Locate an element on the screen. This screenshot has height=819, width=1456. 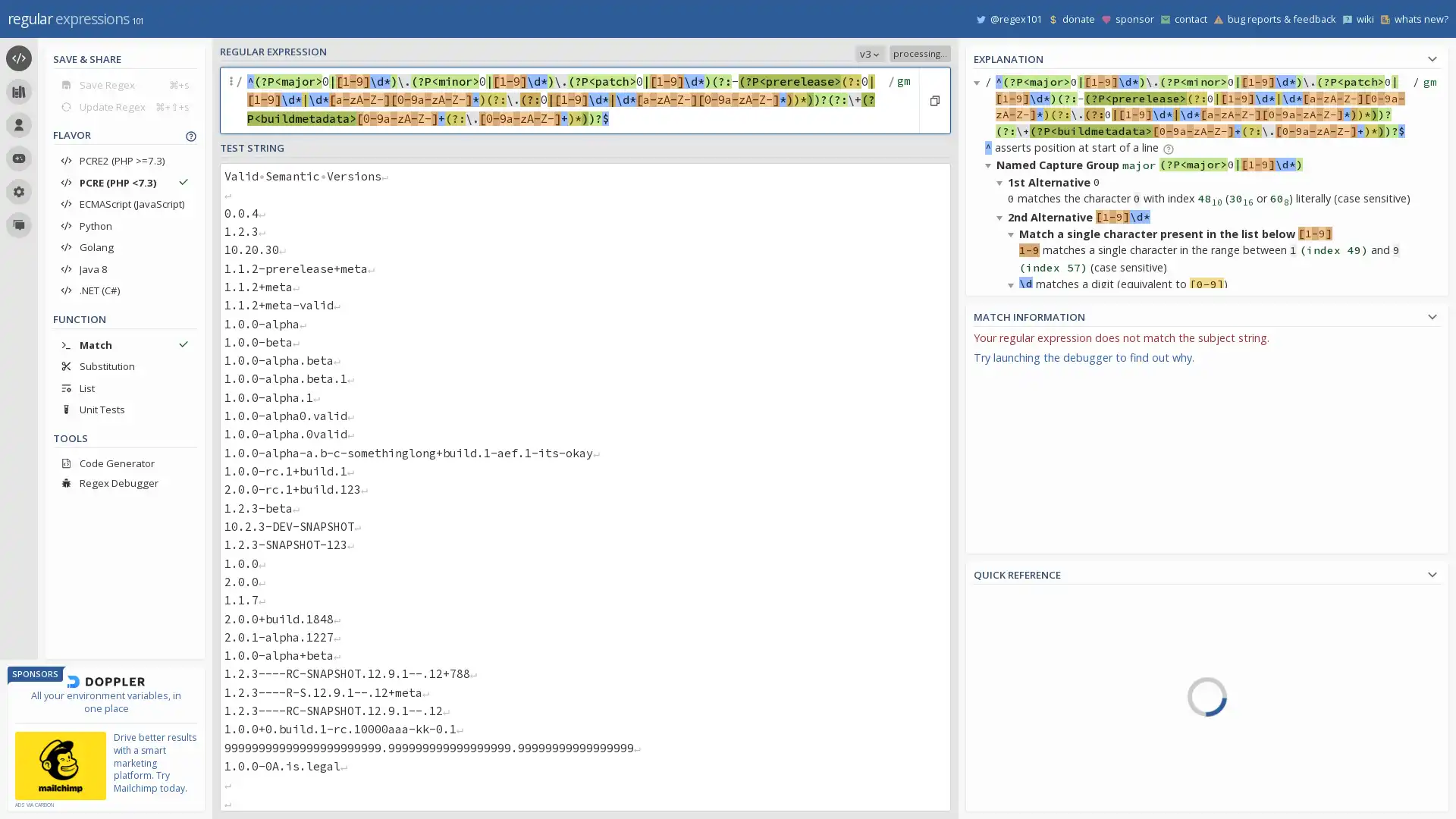
Collapse Subtree is located at coordinates (1013, 234).